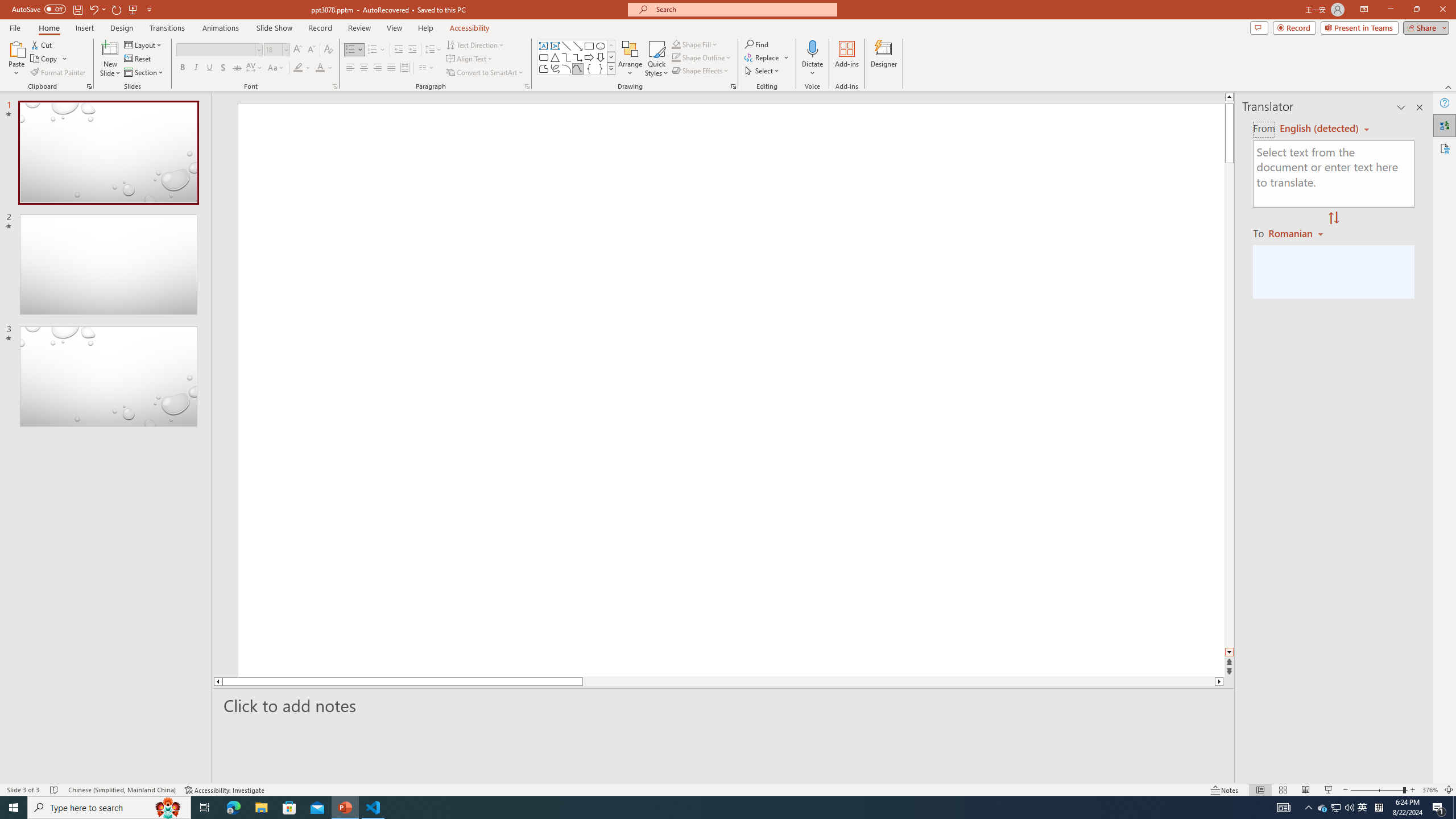 The width and height of the screenshot is (1456, 819). I want to click on 'Slide Notes', so click(723, 705).